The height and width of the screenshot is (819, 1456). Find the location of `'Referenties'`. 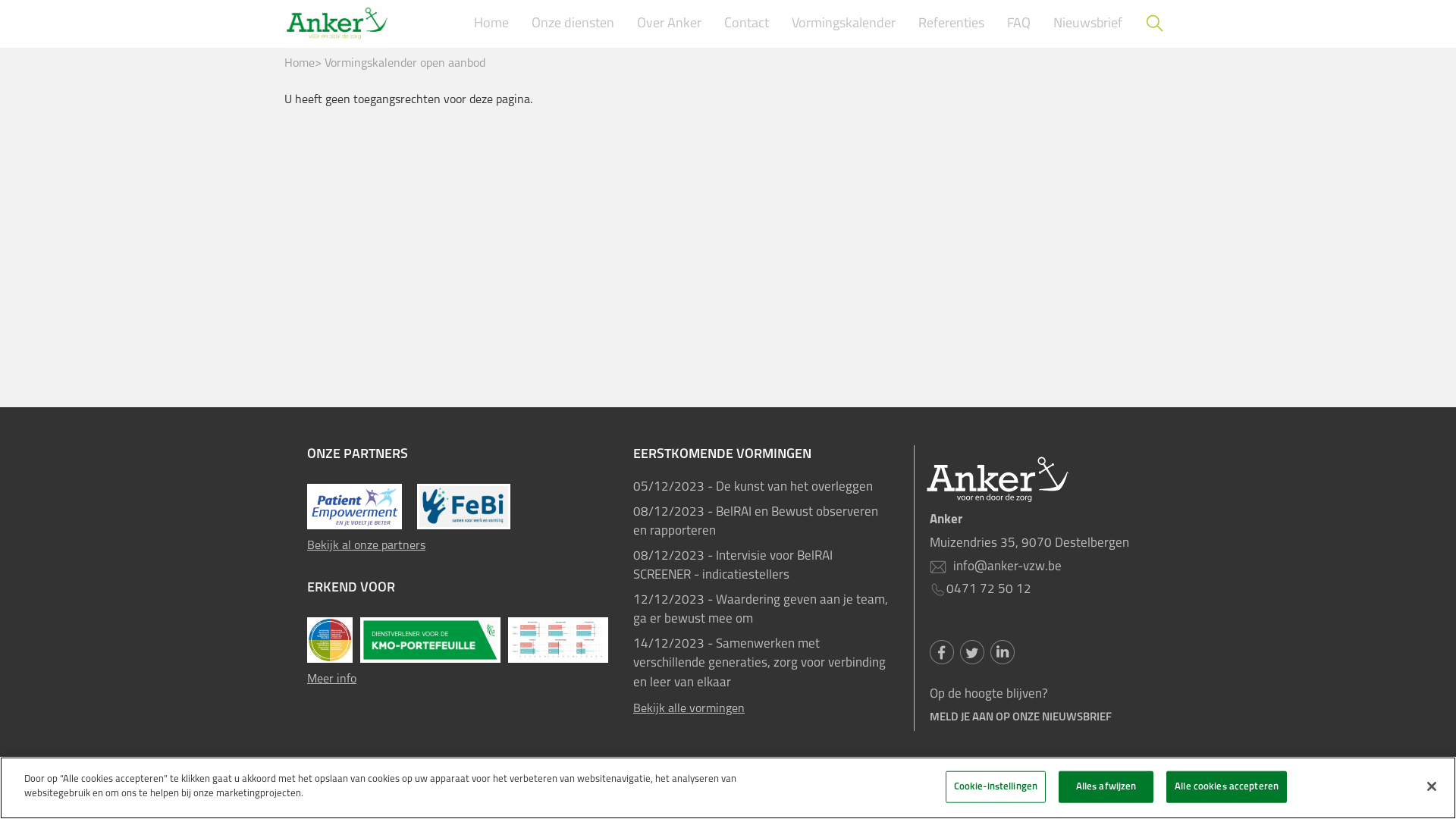

'Referenties' is located at coordinates (910, 24).